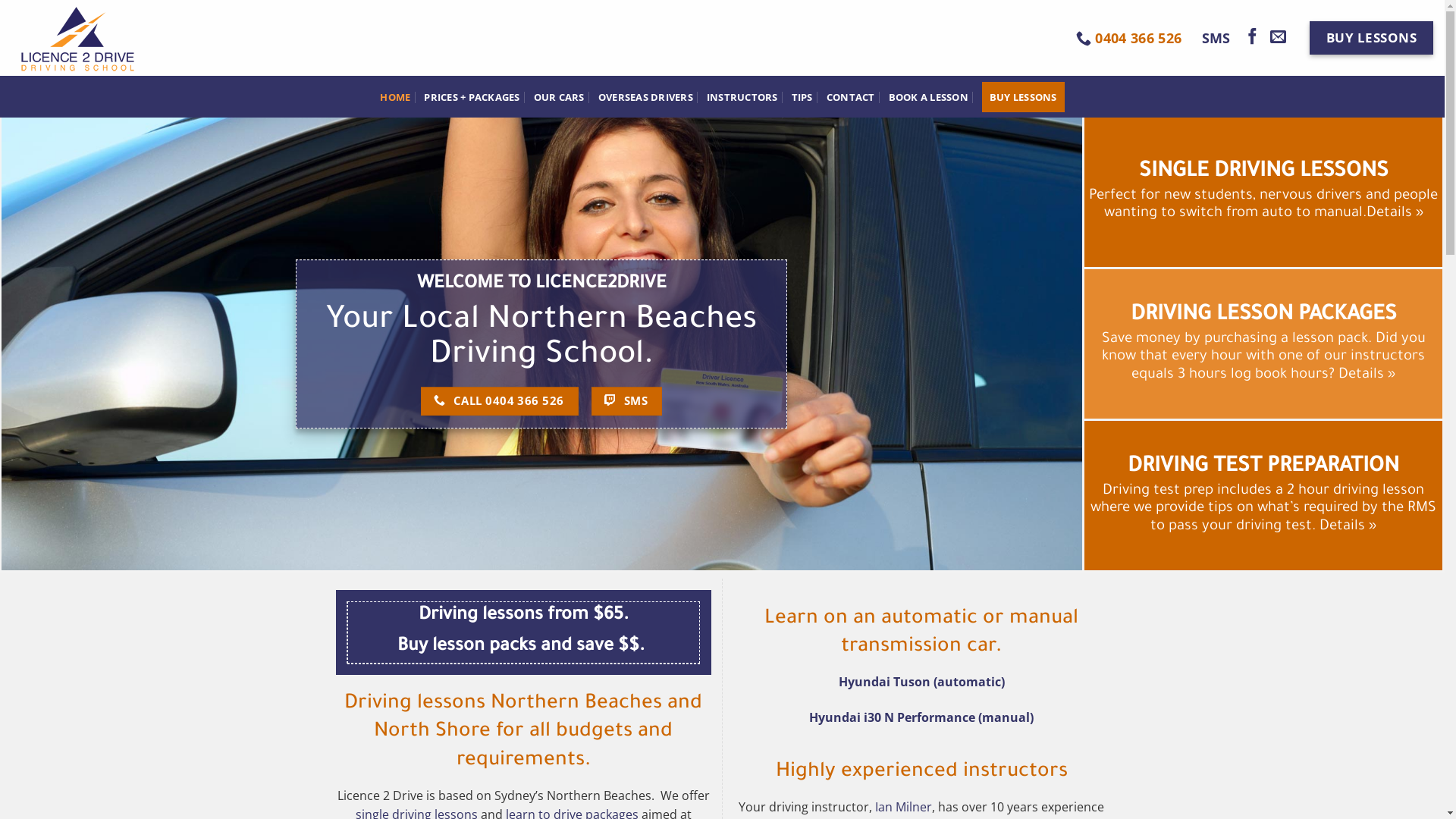 The image size is (1456, 819). Describe the element at coordinates (1263, 315) in the screenshot. I see `'DRIVING LESSON PACKAGES'` at that location.